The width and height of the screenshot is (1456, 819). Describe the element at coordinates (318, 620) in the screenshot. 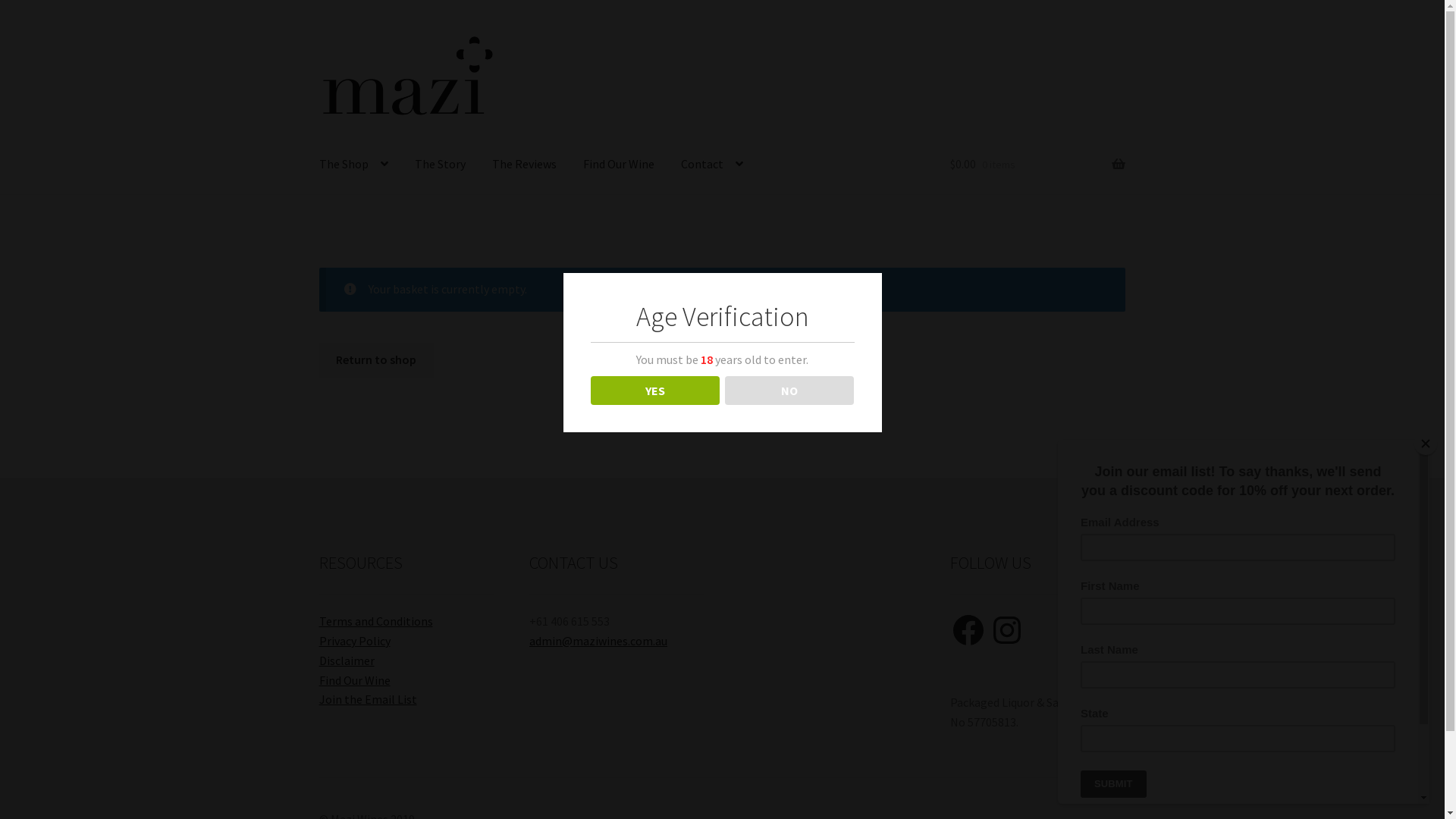

I see `'Terms and Conditions'` at that location.